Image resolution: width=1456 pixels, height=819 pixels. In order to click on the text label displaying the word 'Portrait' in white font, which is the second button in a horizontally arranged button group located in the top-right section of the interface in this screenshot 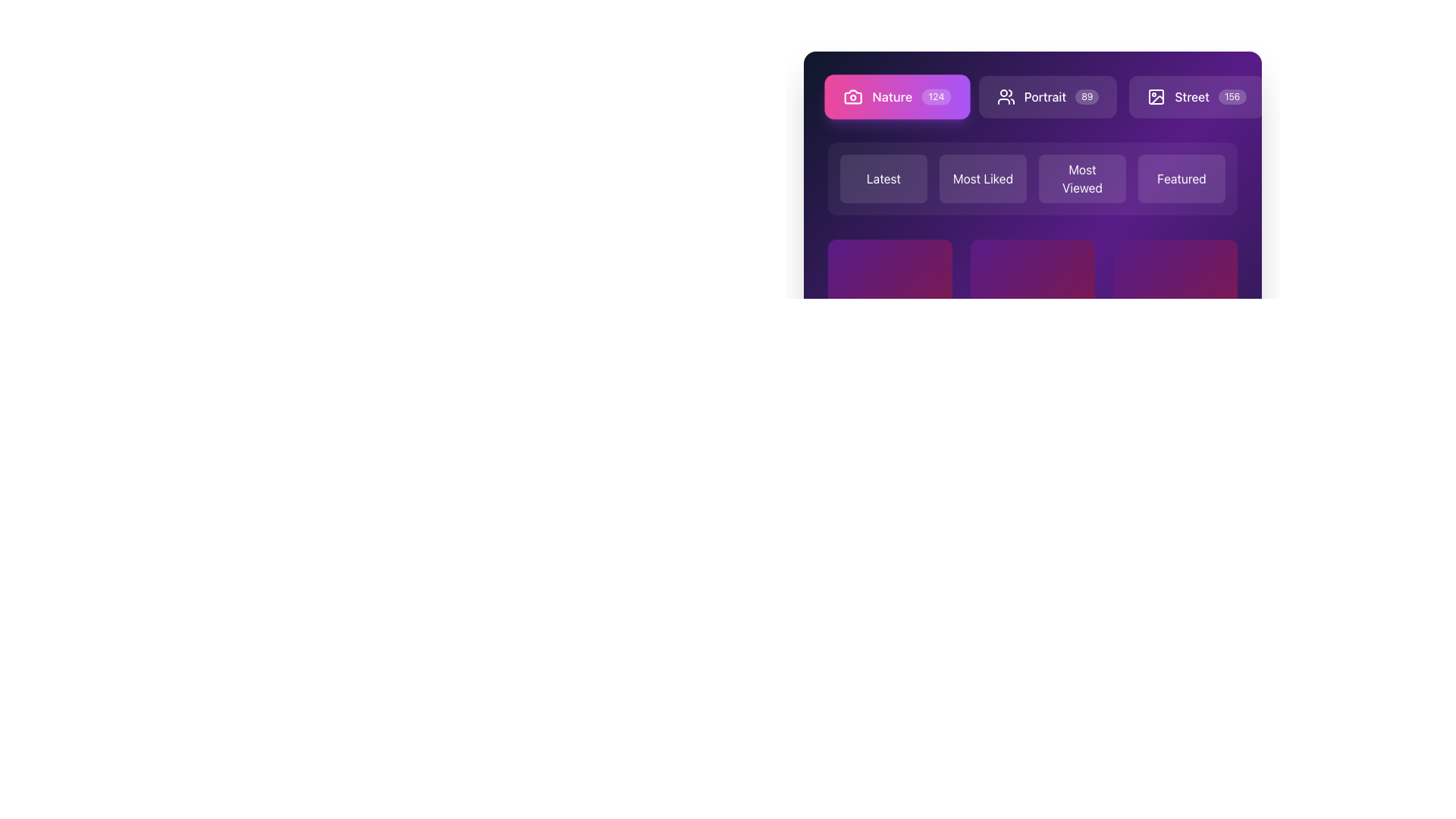, I will do `click(1043, 96)`.